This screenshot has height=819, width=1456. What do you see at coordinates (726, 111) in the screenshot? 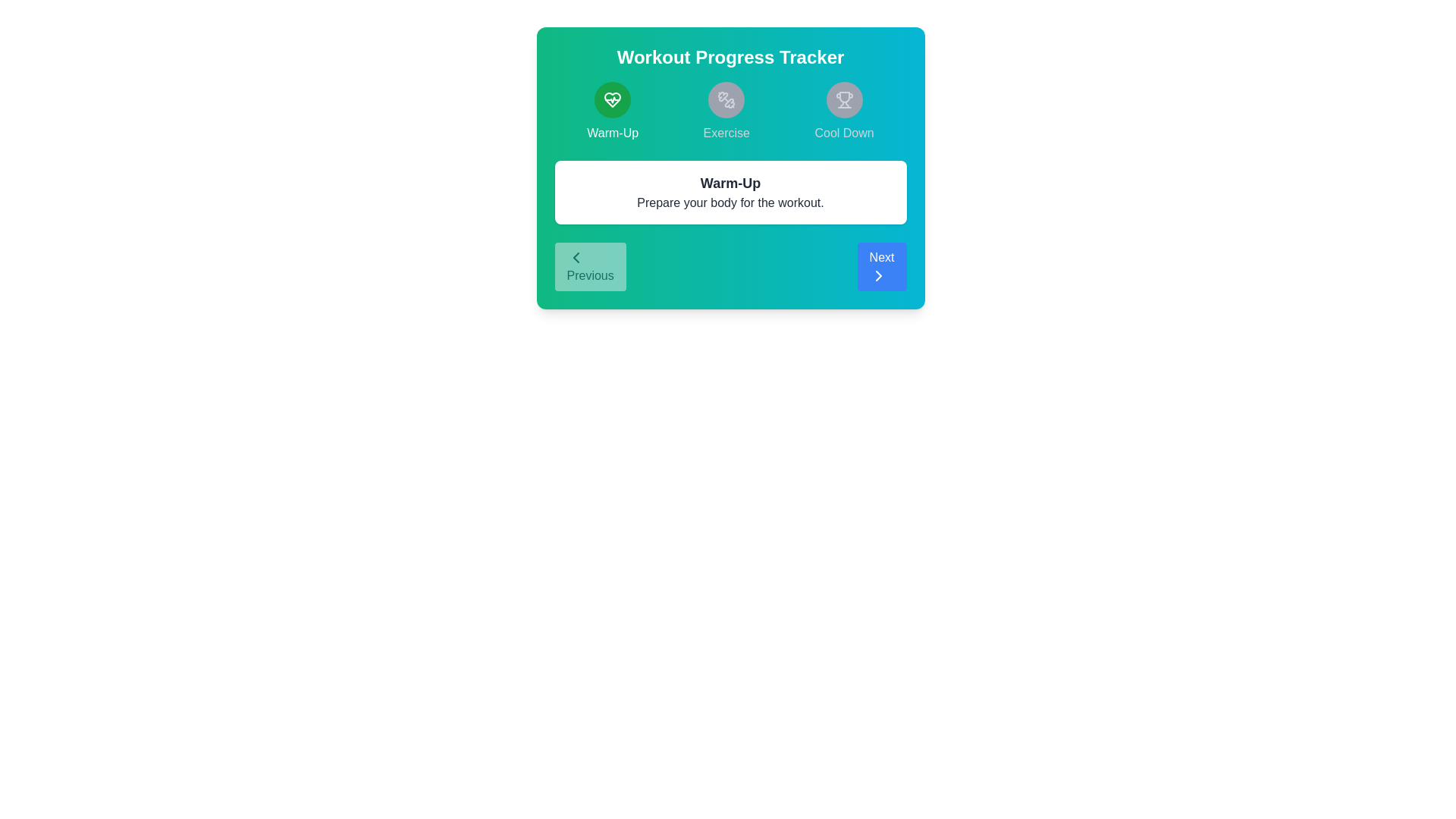
I see `the heading corresponding to the workout phase: Exercise` at bounding box center [726, 111].